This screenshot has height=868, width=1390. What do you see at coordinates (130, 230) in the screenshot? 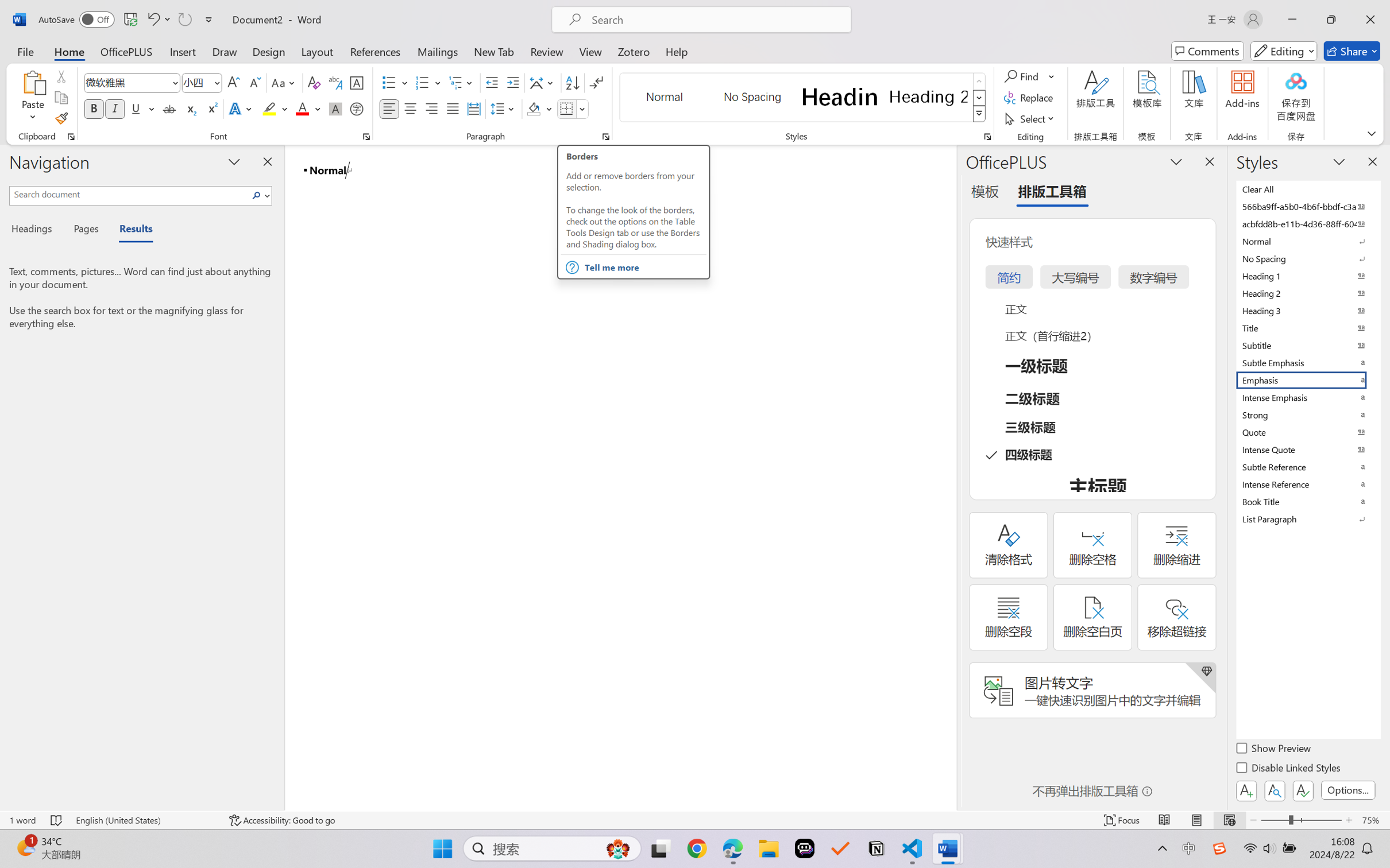
I see `'Results'` at bounding box center [130, 230].